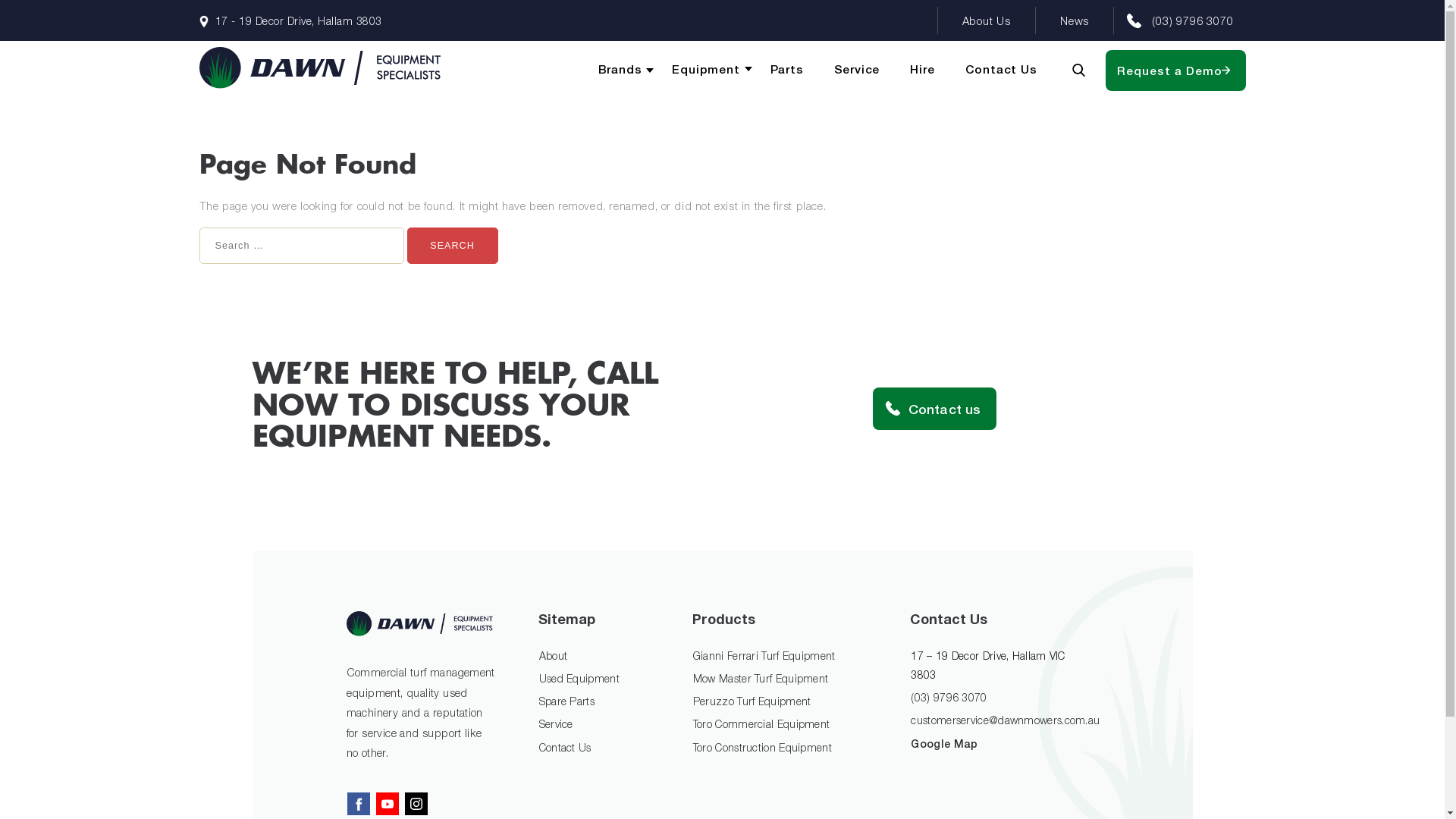  I want to click on 'Google Map', so click(943, 742).